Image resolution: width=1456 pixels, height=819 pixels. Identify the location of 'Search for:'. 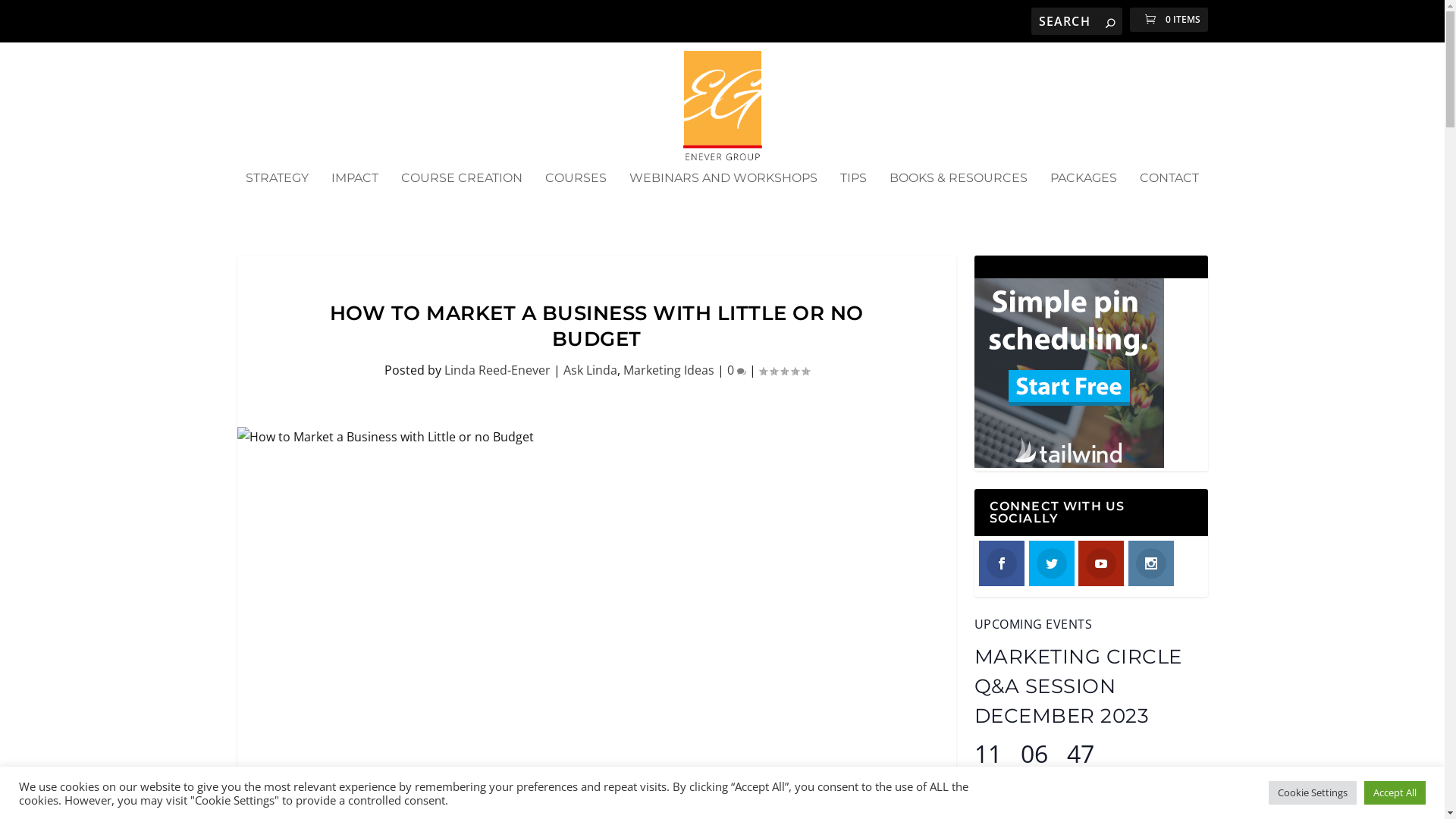
(1076, 20).